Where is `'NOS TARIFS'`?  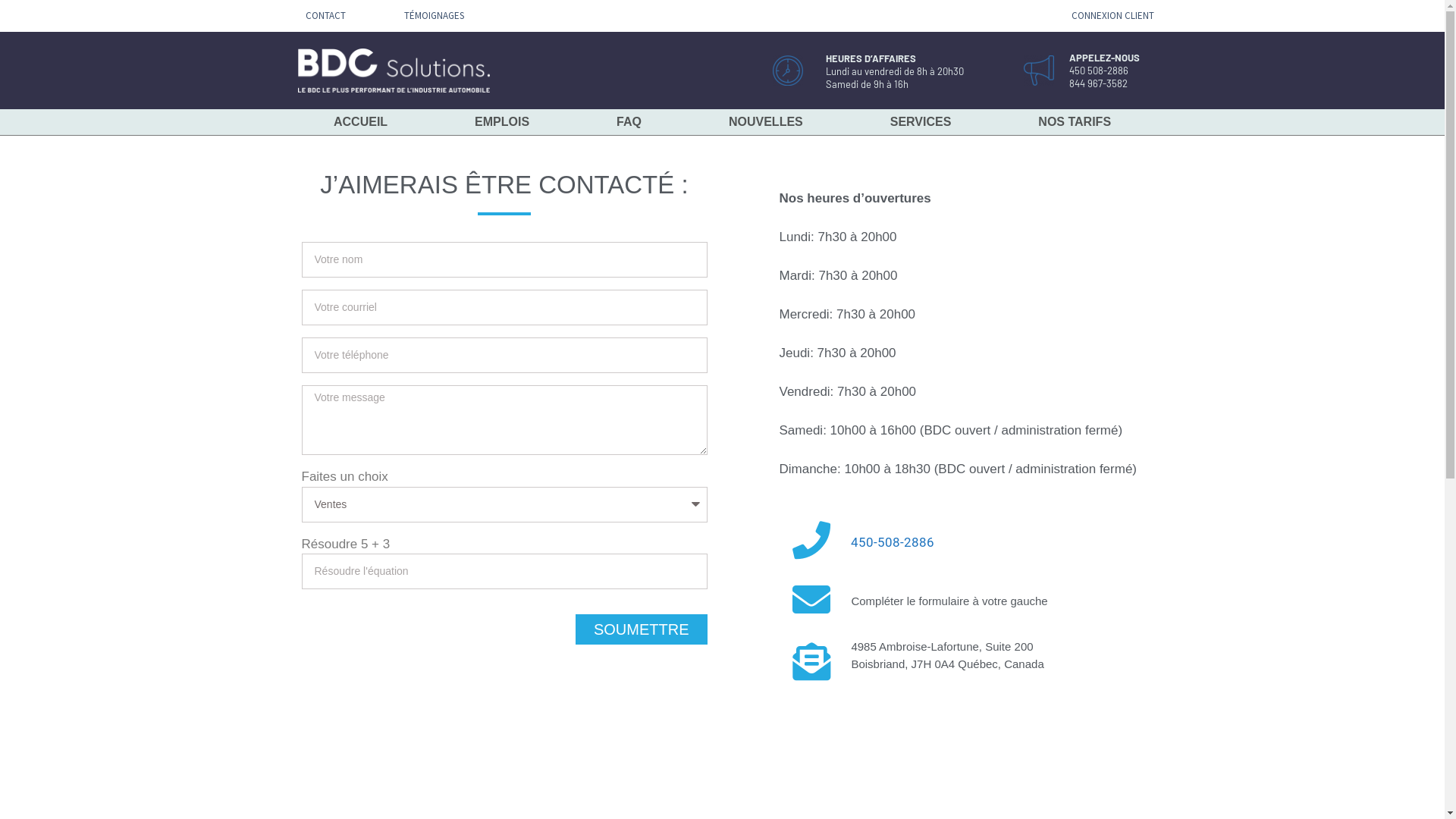
'NOS TARIFS' is located at coordinates (1074, 121).